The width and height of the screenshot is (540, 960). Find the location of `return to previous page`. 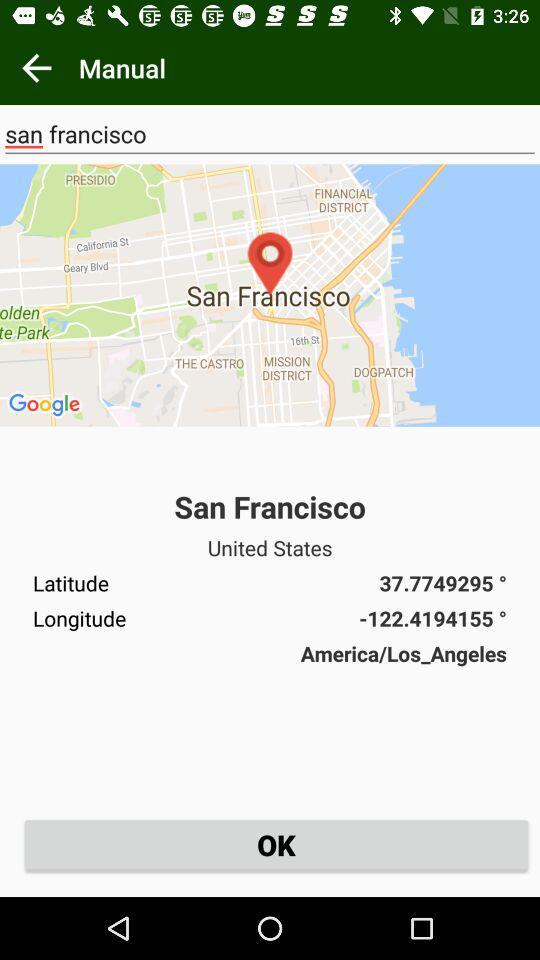

return to previous page is located at coordinates (36, 68).